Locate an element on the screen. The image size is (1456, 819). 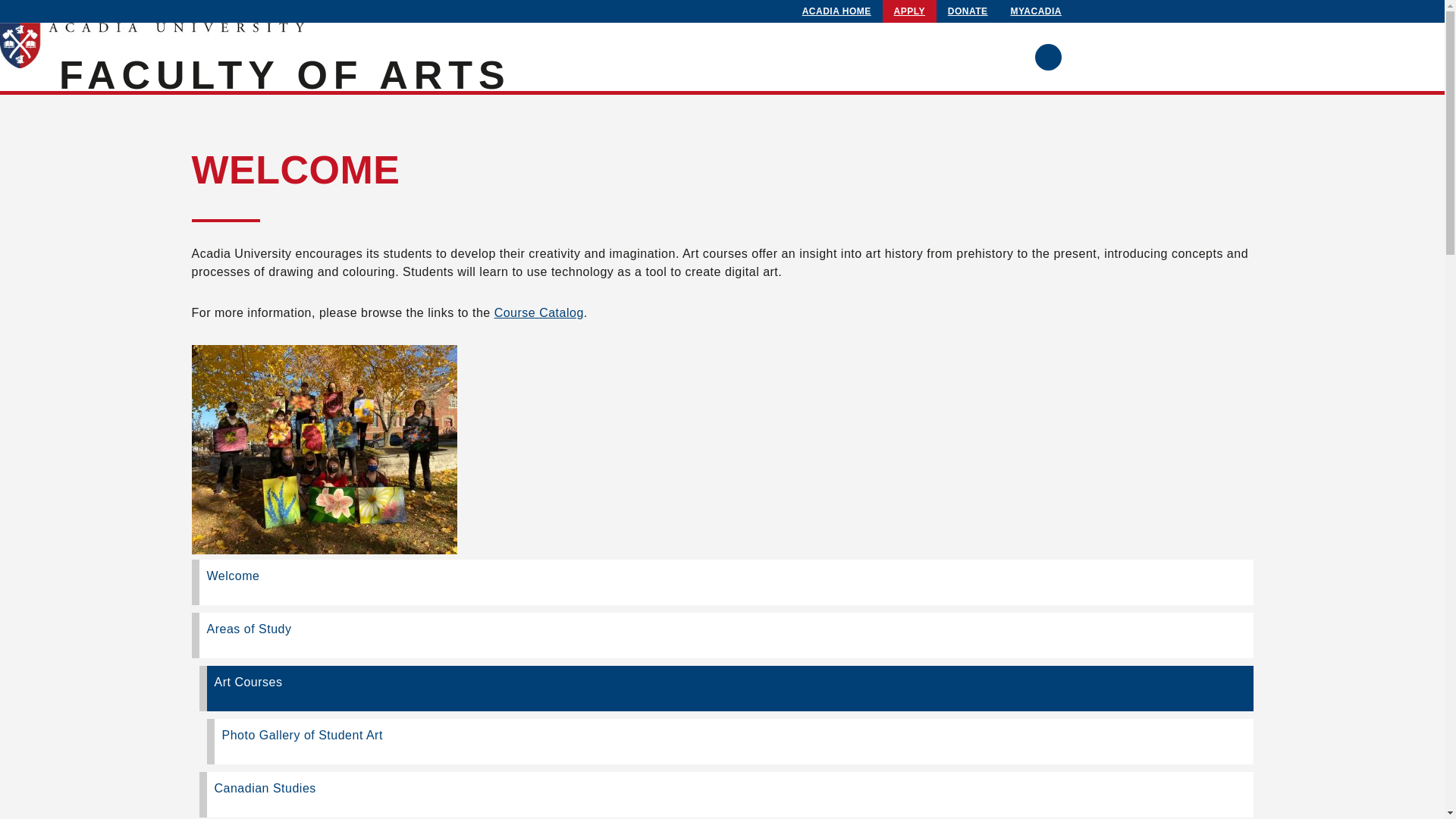
'MYACADIA' is located at coordinates (1035, 11).